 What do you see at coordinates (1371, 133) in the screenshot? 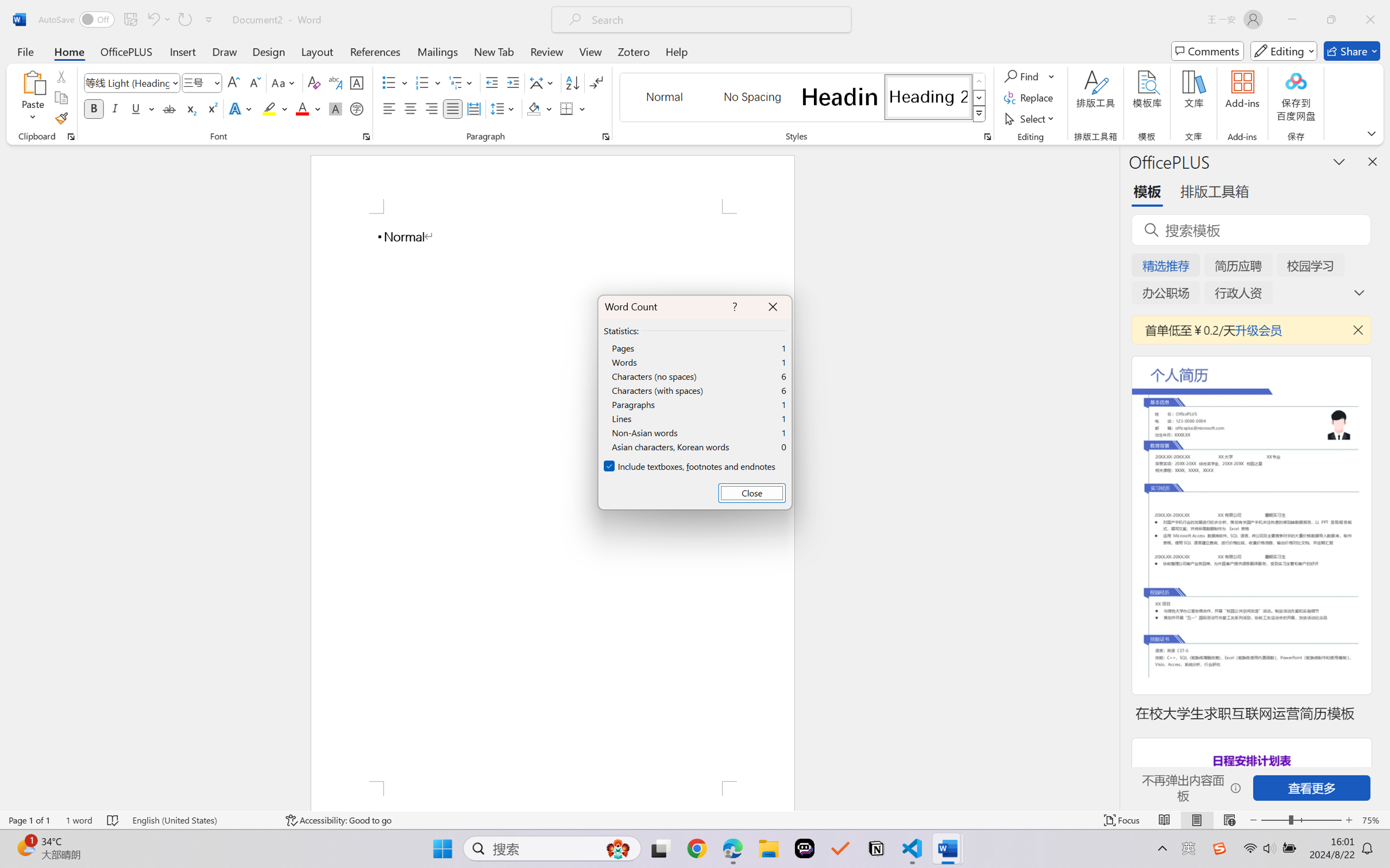
I see `'Ribbon Display Options'` at bounding box center [1371, 133].